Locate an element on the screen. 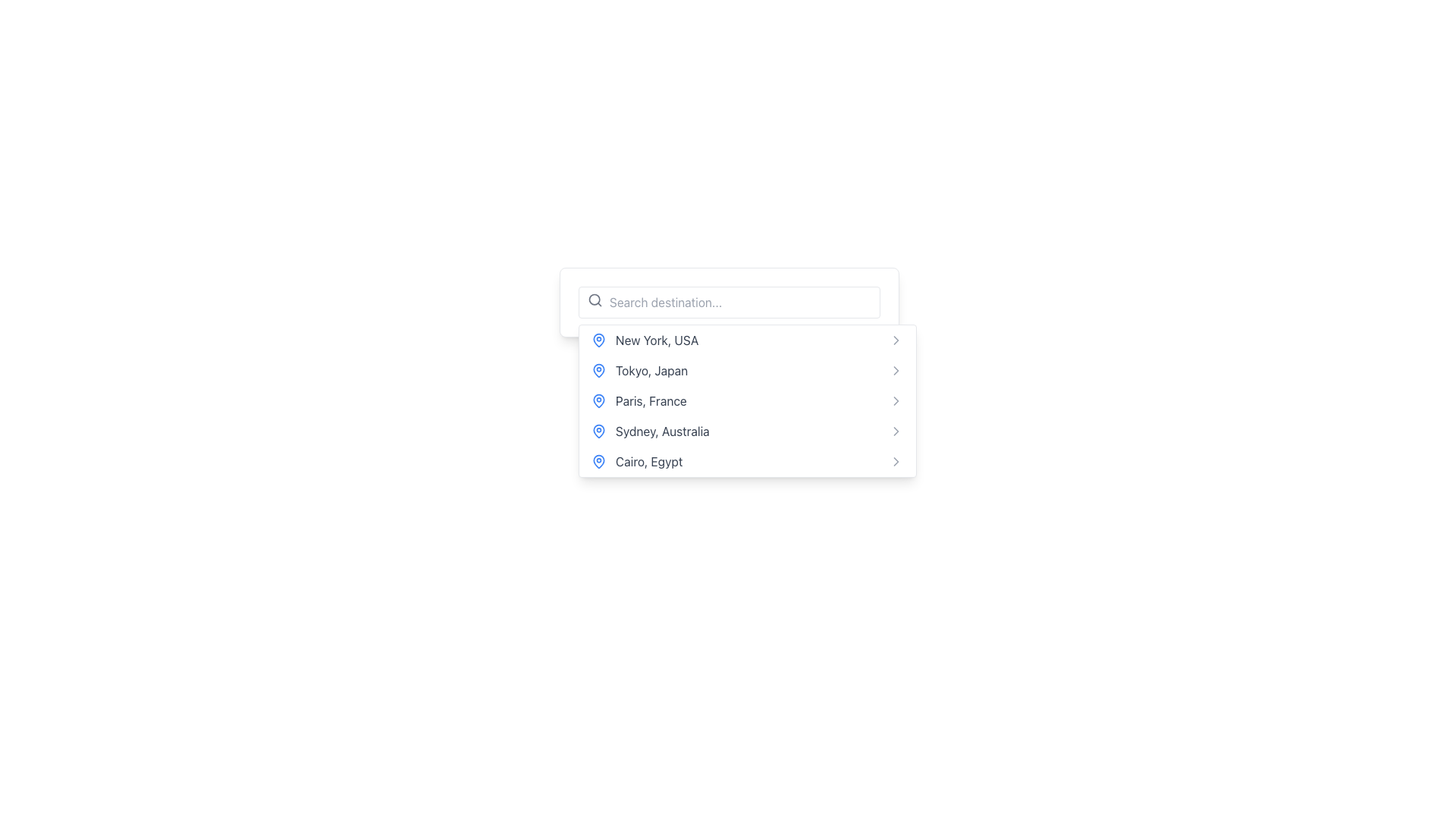  the rightward-facing chevron arrow icon located to the far right of the 'Paris, France' list item, which is uniquely identifiable as it appears exclusively in this context is located at coordinates (896, 400).